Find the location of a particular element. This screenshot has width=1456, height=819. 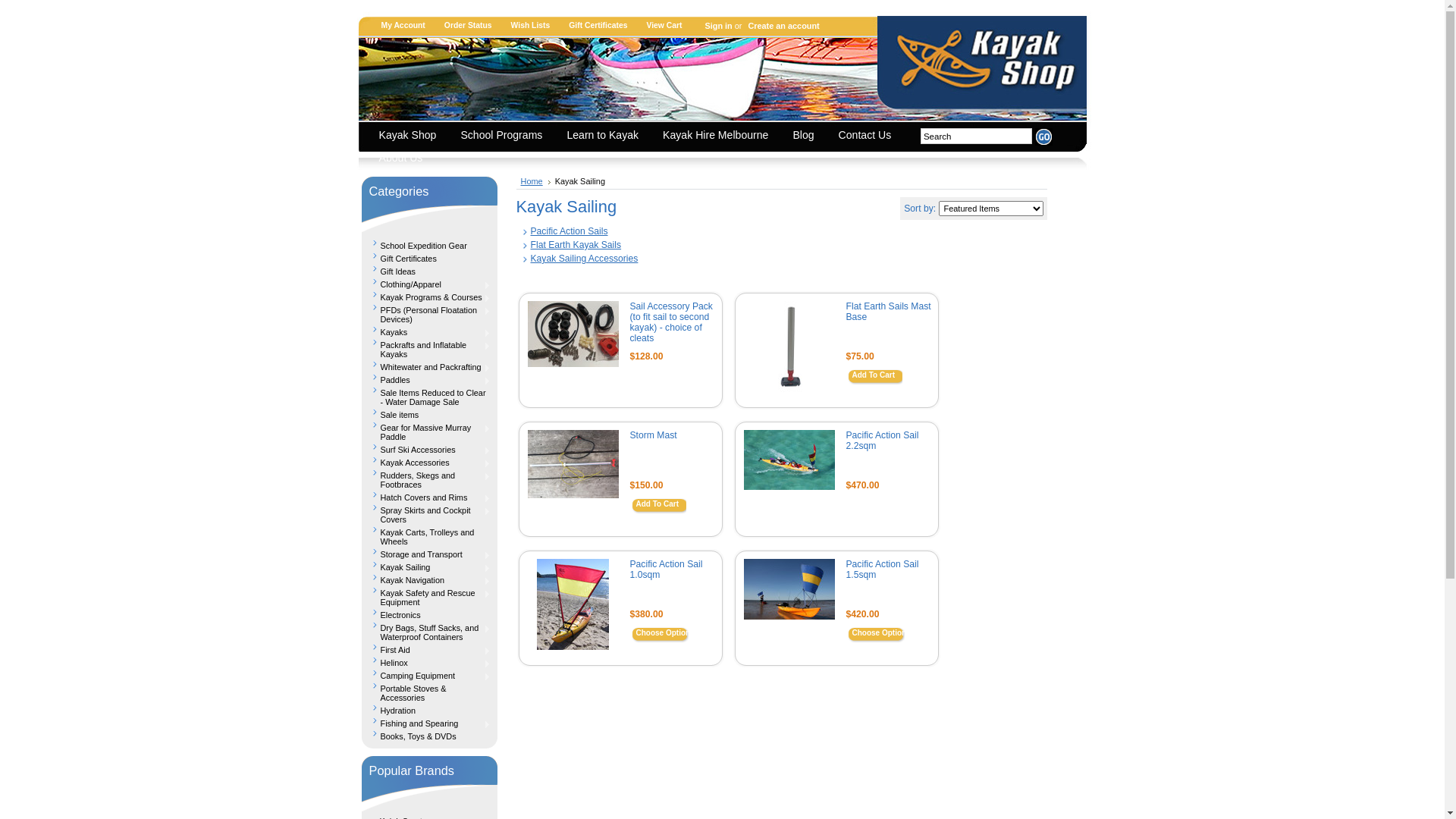

'Kayak Carts, Trolleys and Wheels' is located at coordinates (428, 534).